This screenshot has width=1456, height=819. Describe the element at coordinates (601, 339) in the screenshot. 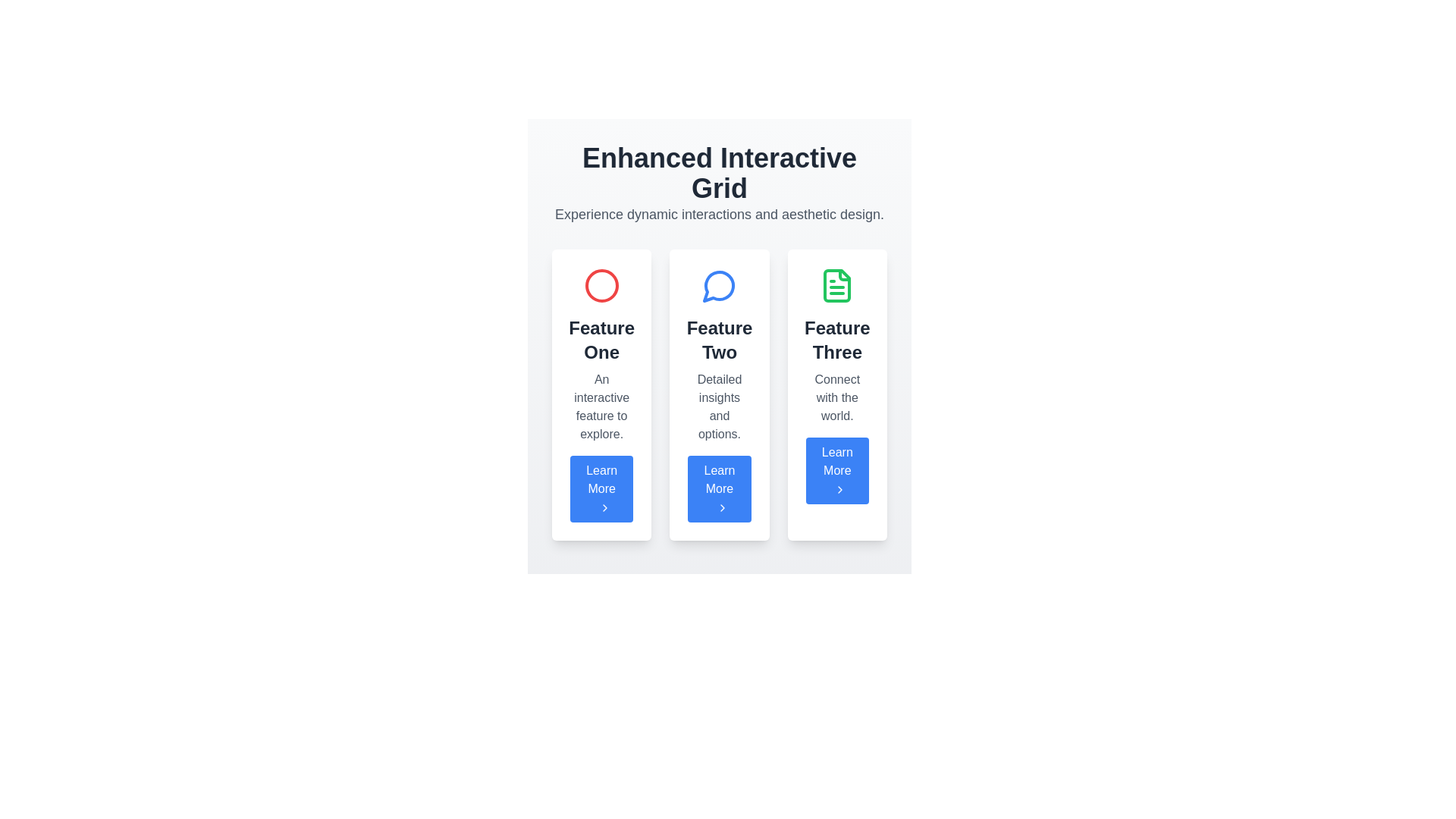

I see `the bold text reading 'Feature One', which is styled prominently as a header within the leftmost card, positioned below a circular icon` at that location.